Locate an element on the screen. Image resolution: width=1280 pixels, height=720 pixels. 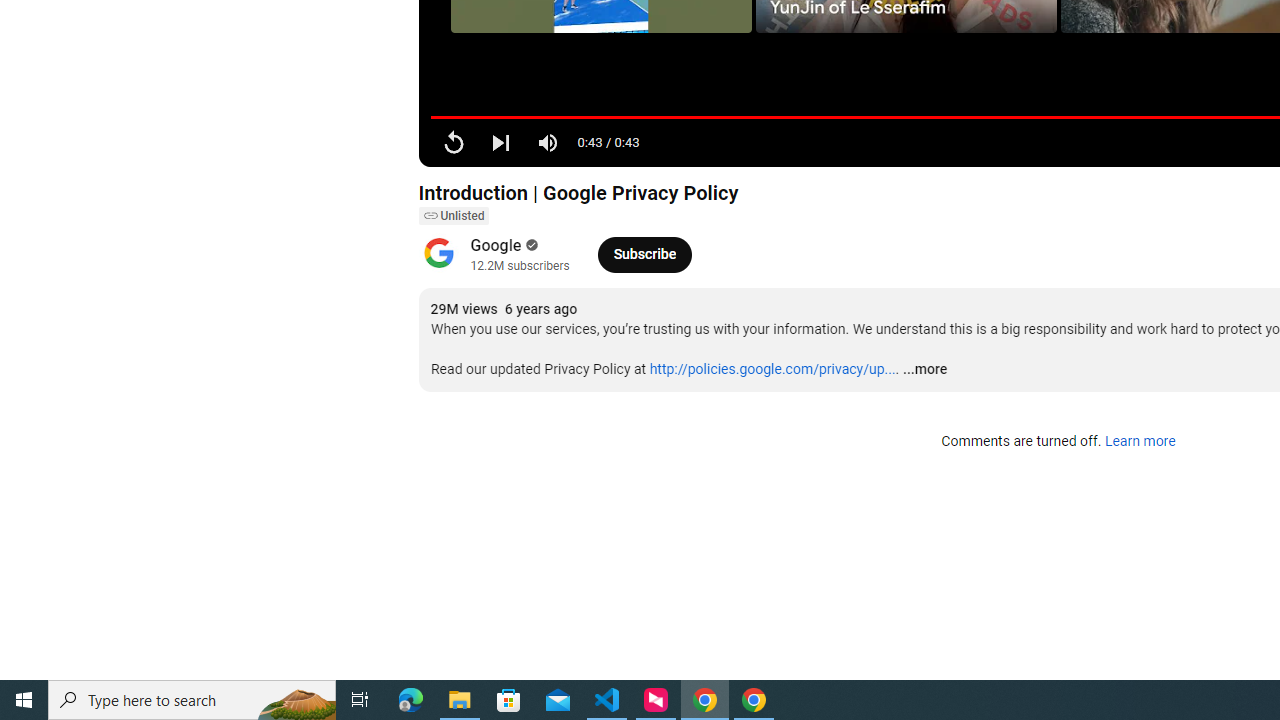
'Next (SHIFT+n)' is located at coordinates (500, 141).